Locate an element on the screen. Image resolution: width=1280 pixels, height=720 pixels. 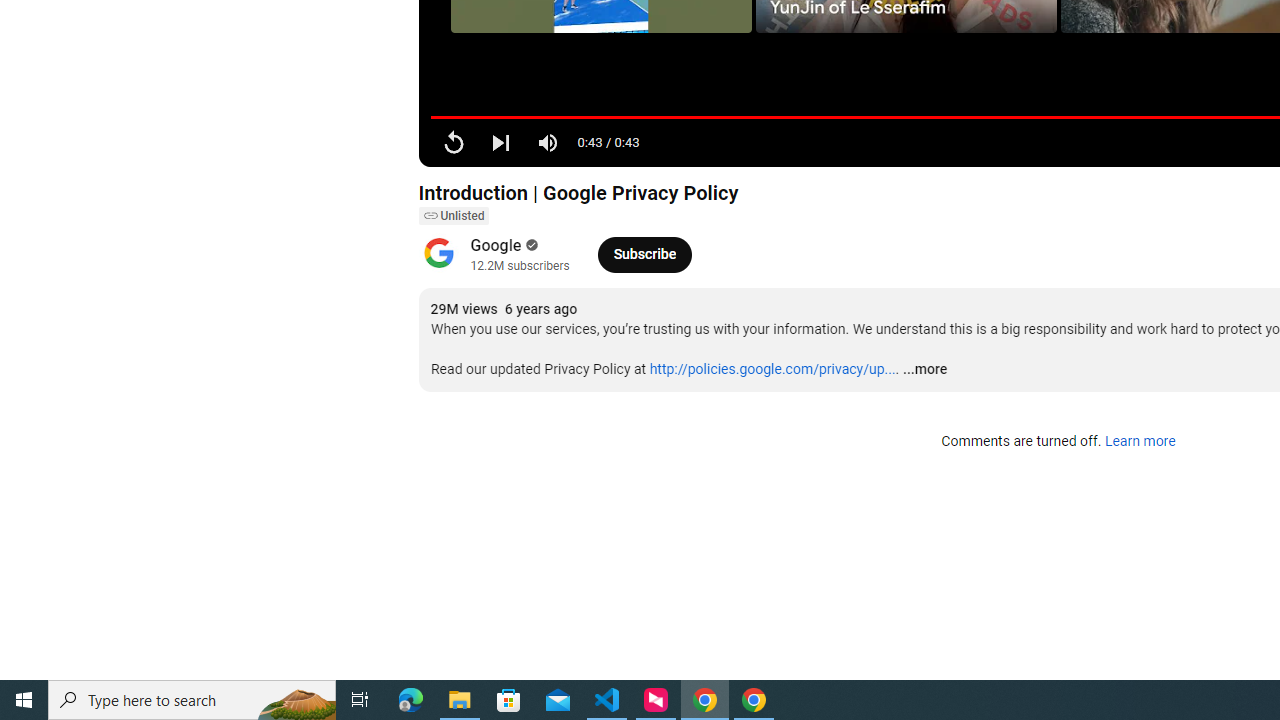
'Next (SHIFT+n)' is located at coordinates (500, 141).